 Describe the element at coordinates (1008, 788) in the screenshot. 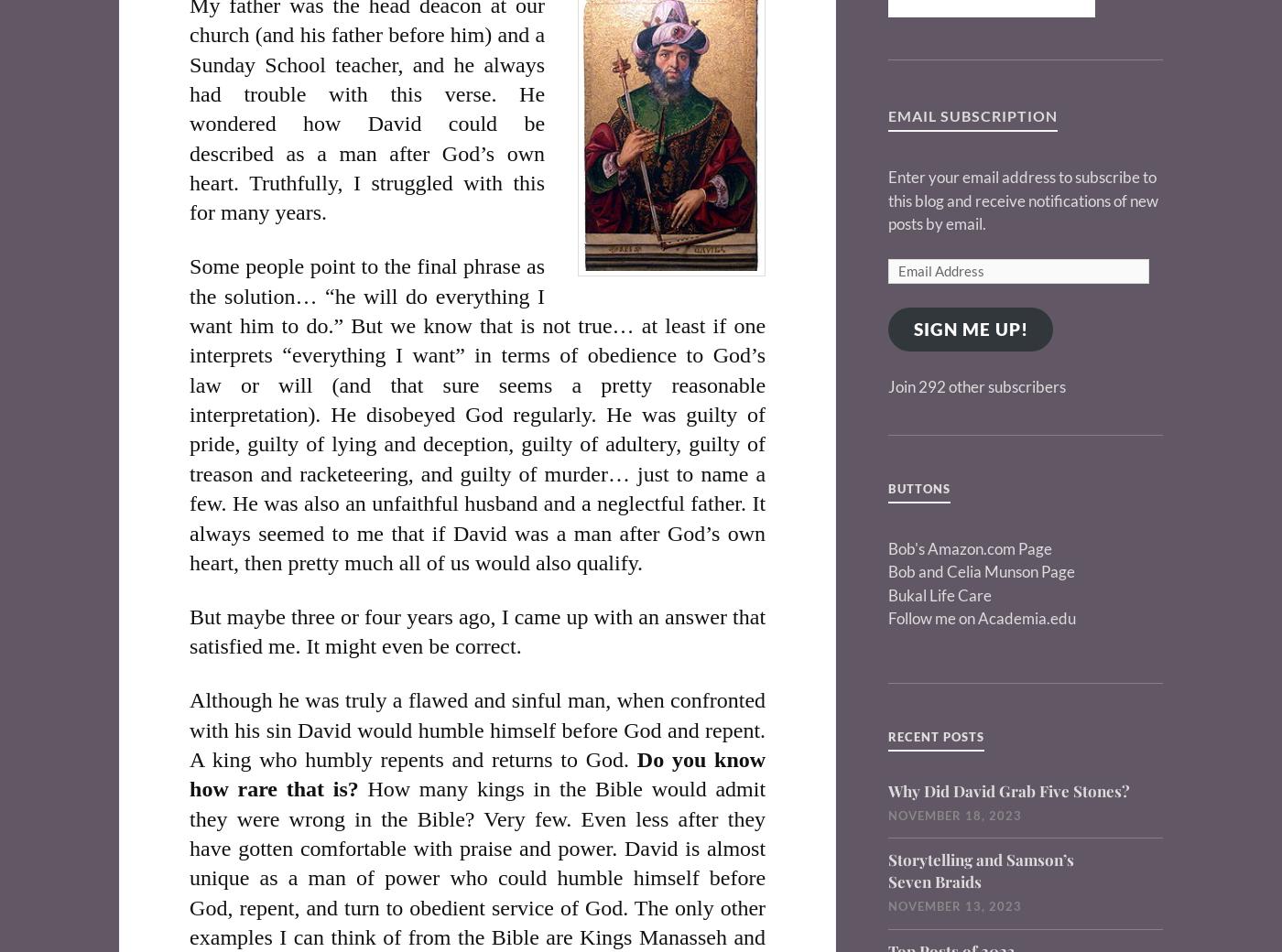

I see `'Why Did David Grab Five Stones?'` at that location.